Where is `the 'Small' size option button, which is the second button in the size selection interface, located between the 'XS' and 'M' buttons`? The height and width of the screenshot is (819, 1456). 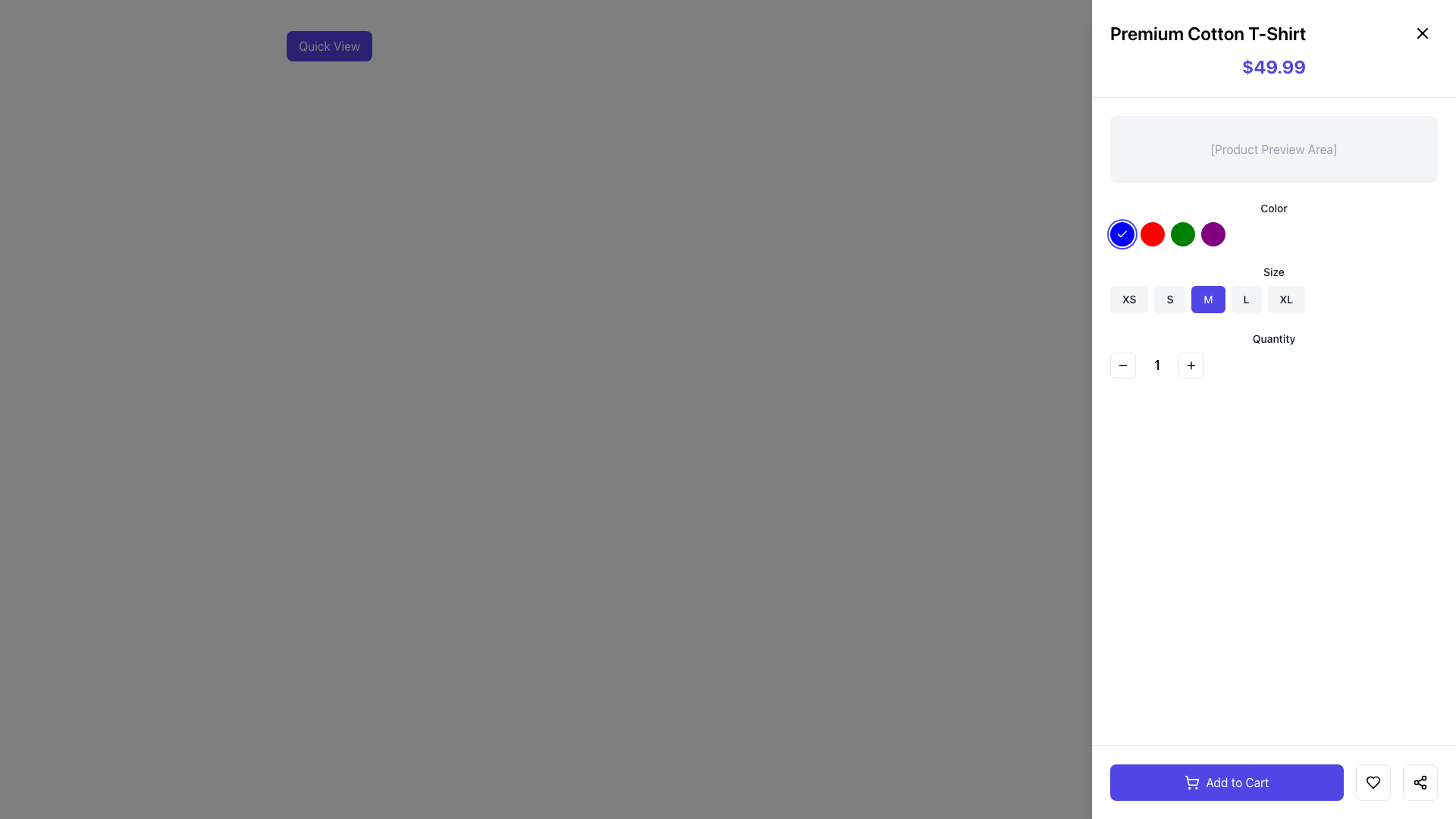
the 'Small' size option button, which is the second button in the size selection interface, located between the 'XS' and 'M' buttons is located at coordinates (1169, 299).